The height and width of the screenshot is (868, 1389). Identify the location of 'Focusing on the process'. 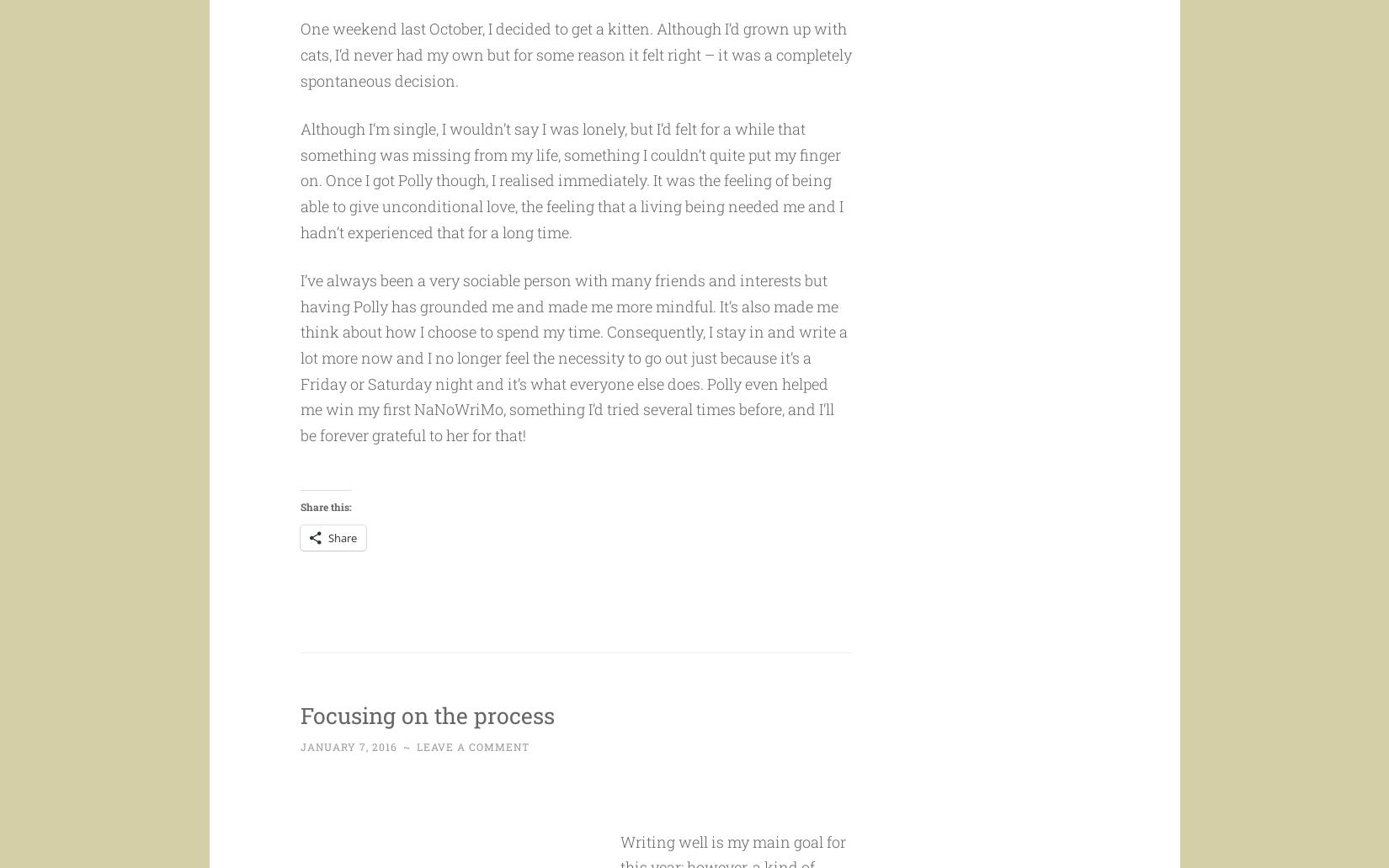
(454, 745).